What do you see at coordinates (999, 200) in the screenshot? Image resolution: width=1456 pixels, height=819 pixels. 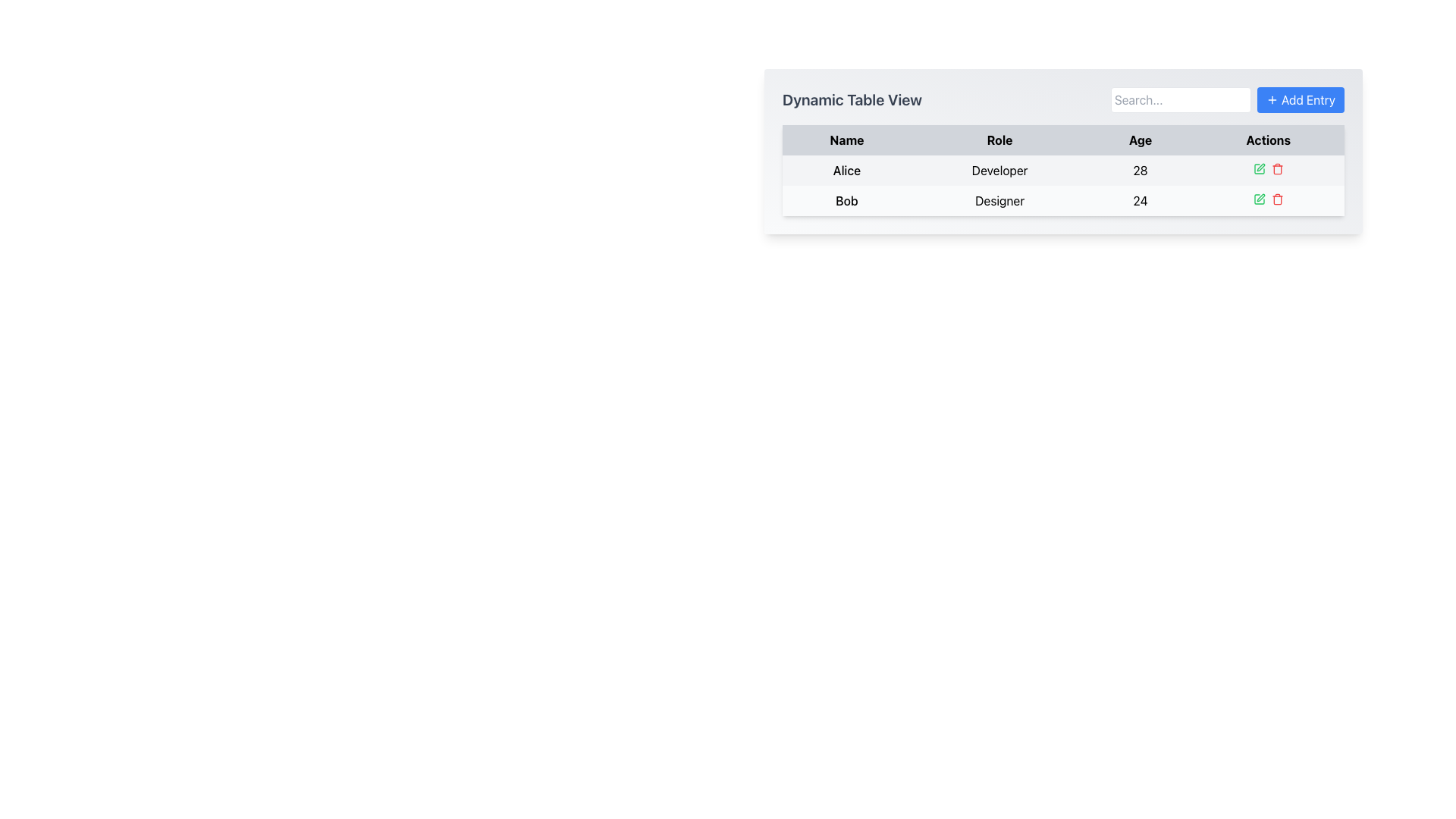 I see `static text element displaying the word 'Designer' located in the 'Role' column of the table row associated with 'Bob'` at bounding box center [999, 200].